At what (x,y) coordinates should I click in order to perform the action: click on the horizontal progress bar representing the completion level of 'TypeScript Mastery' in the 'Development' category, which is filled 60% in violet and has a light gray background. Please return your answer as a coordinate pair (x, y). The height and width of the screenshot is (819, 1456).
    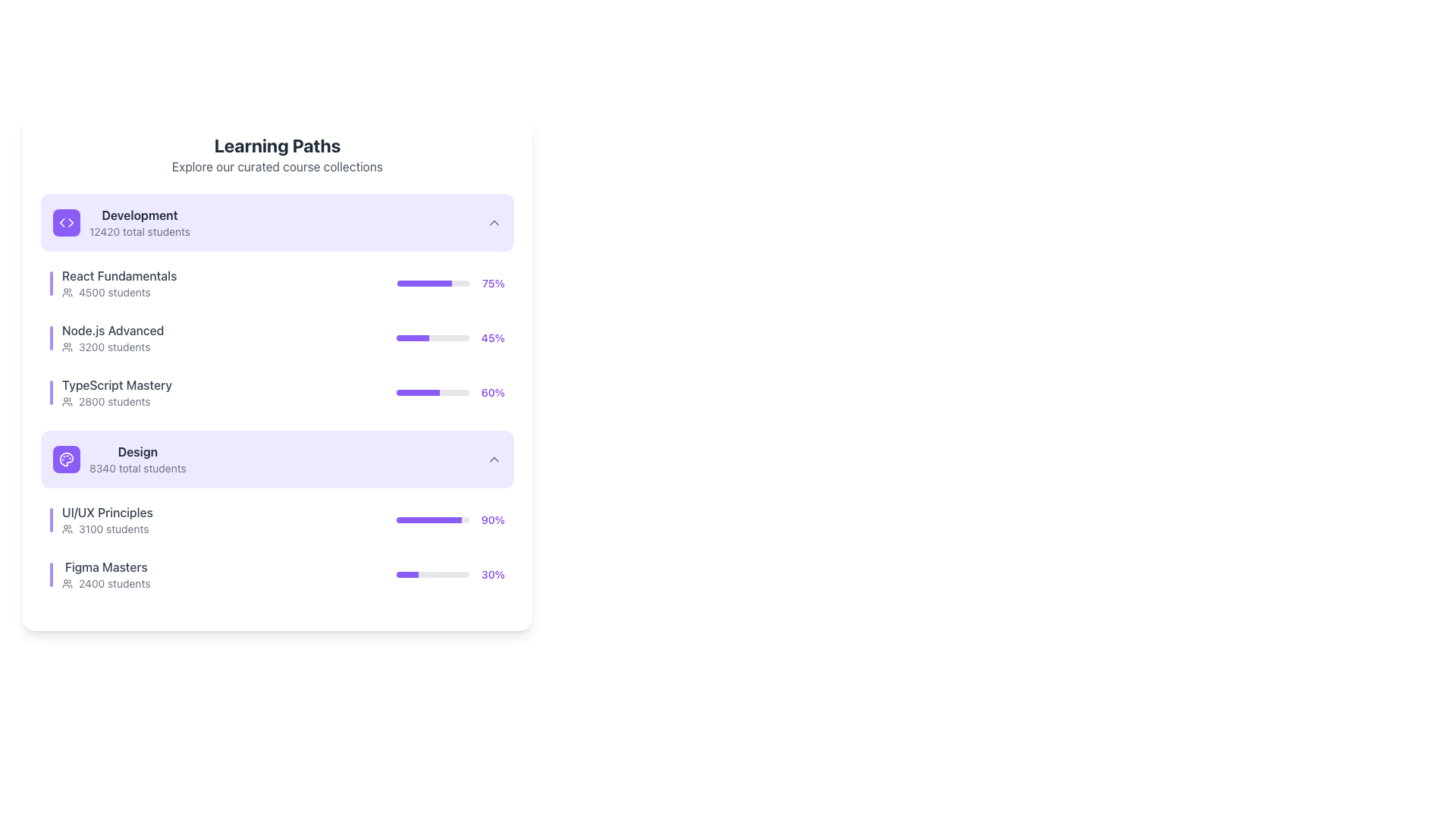
    Looking at the image, I should click on (431, 391).